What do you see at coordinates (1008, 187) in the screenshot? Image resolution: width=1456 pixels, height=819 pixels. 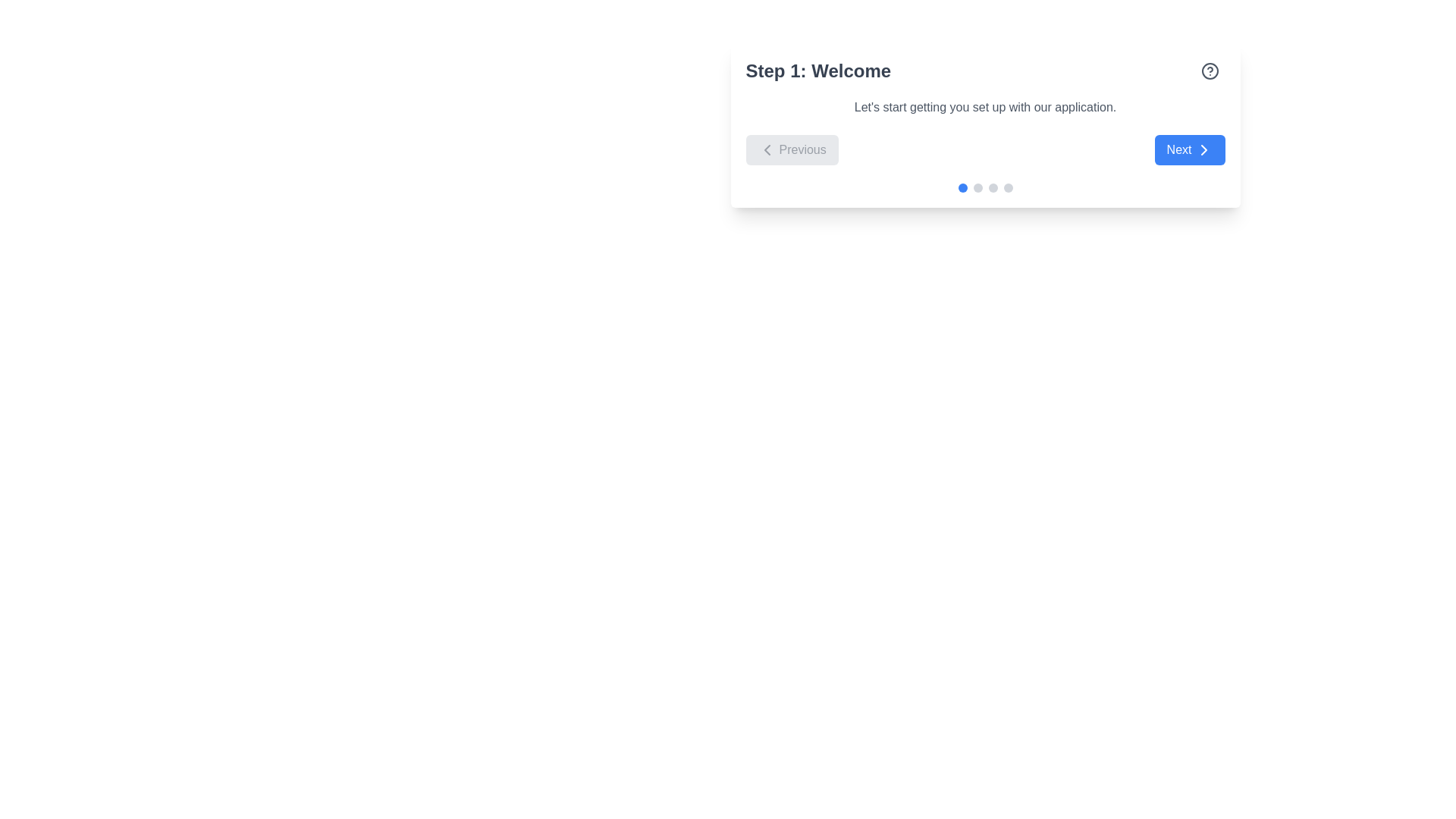 I see `the fourth circle of the progress indicator, which highlights the current step in the navigation interface` at bounding box center [1008, 187].